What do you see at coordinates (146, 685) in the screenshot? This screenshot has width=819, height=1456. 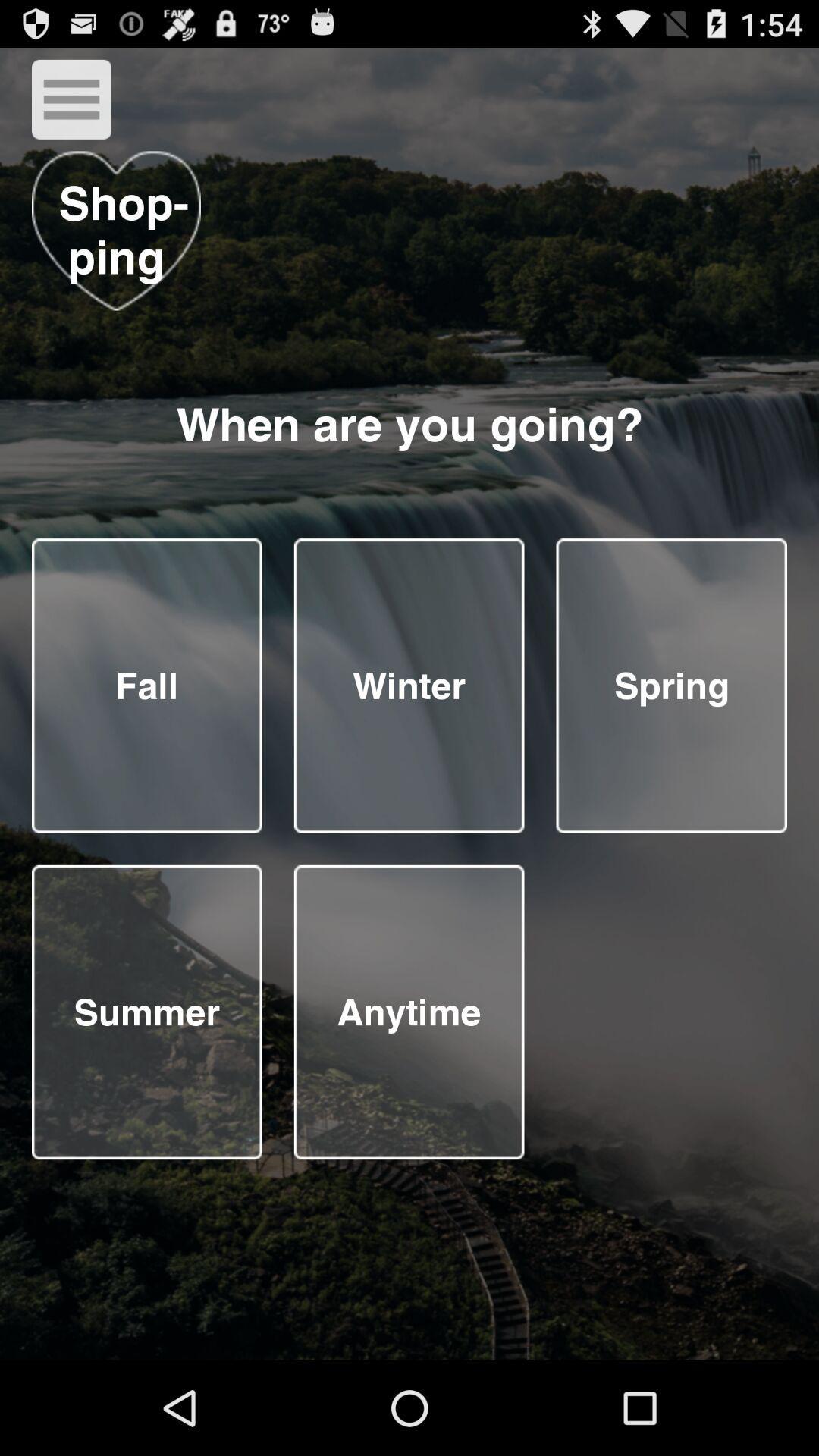 I see `fall season` at bounding box center [146, 685].